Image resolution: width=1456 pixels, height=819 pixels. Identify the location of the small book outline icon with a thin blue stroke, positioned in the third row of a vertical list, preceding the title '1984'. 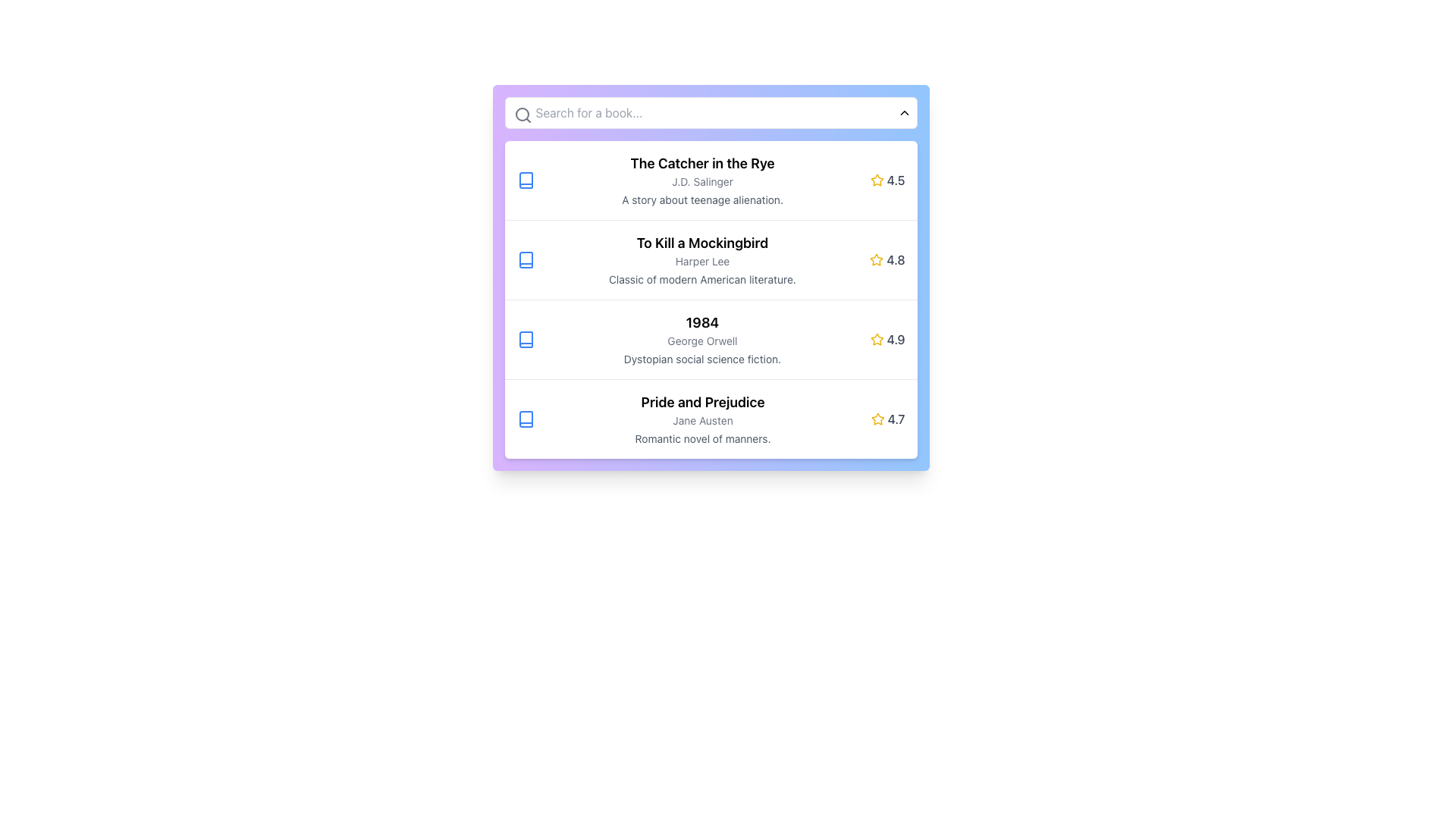
(526, 338).